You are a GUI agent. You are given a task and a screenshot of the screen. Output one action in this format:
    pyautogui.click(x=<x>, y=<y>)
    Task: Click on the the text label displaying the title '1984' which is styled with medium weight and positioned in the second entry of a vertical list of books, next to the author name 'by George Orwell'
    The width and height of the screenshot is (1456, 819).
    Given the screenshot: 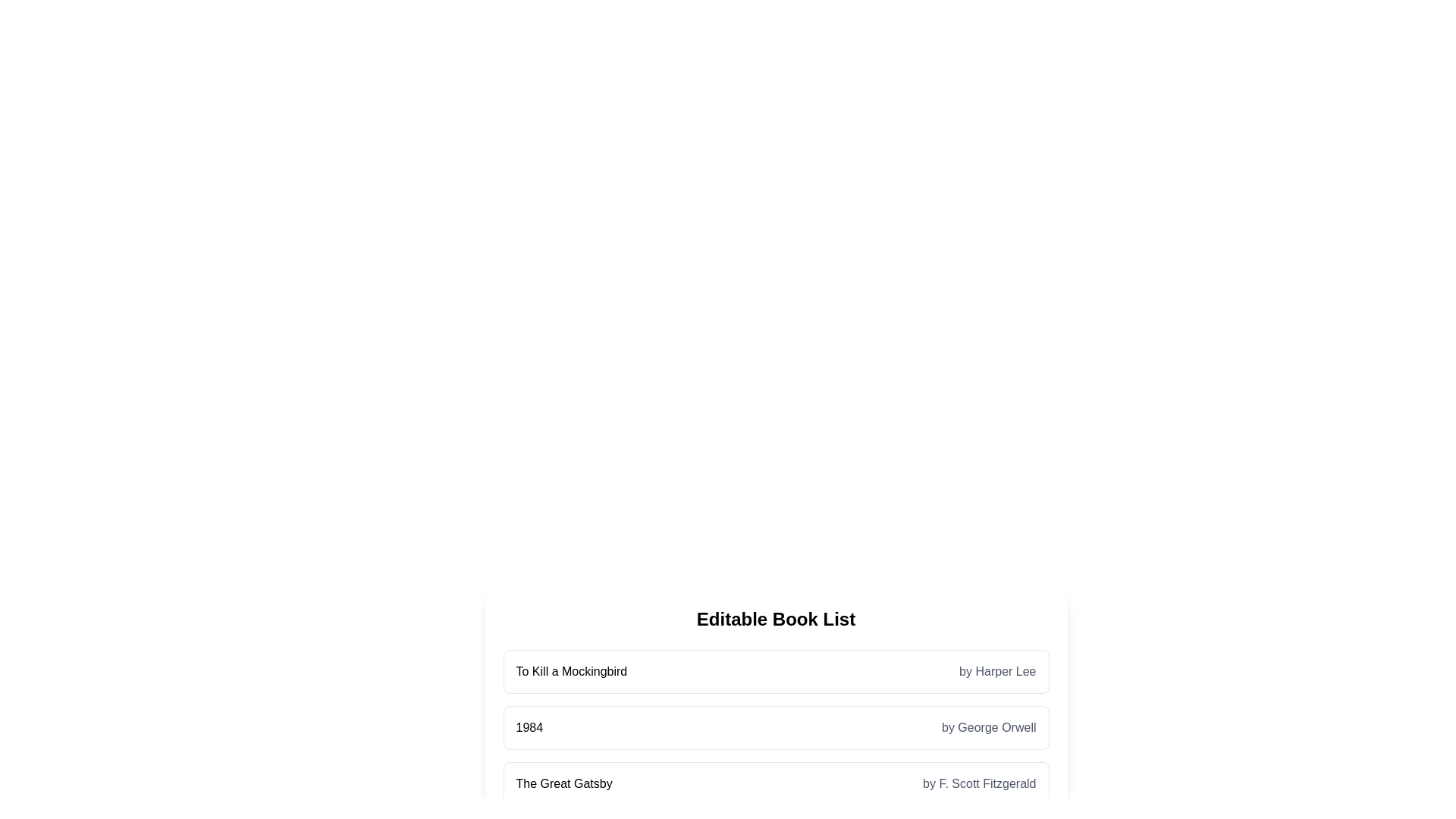 What is the action you would take?
    pyautogui.click(x=529, y=727)
    